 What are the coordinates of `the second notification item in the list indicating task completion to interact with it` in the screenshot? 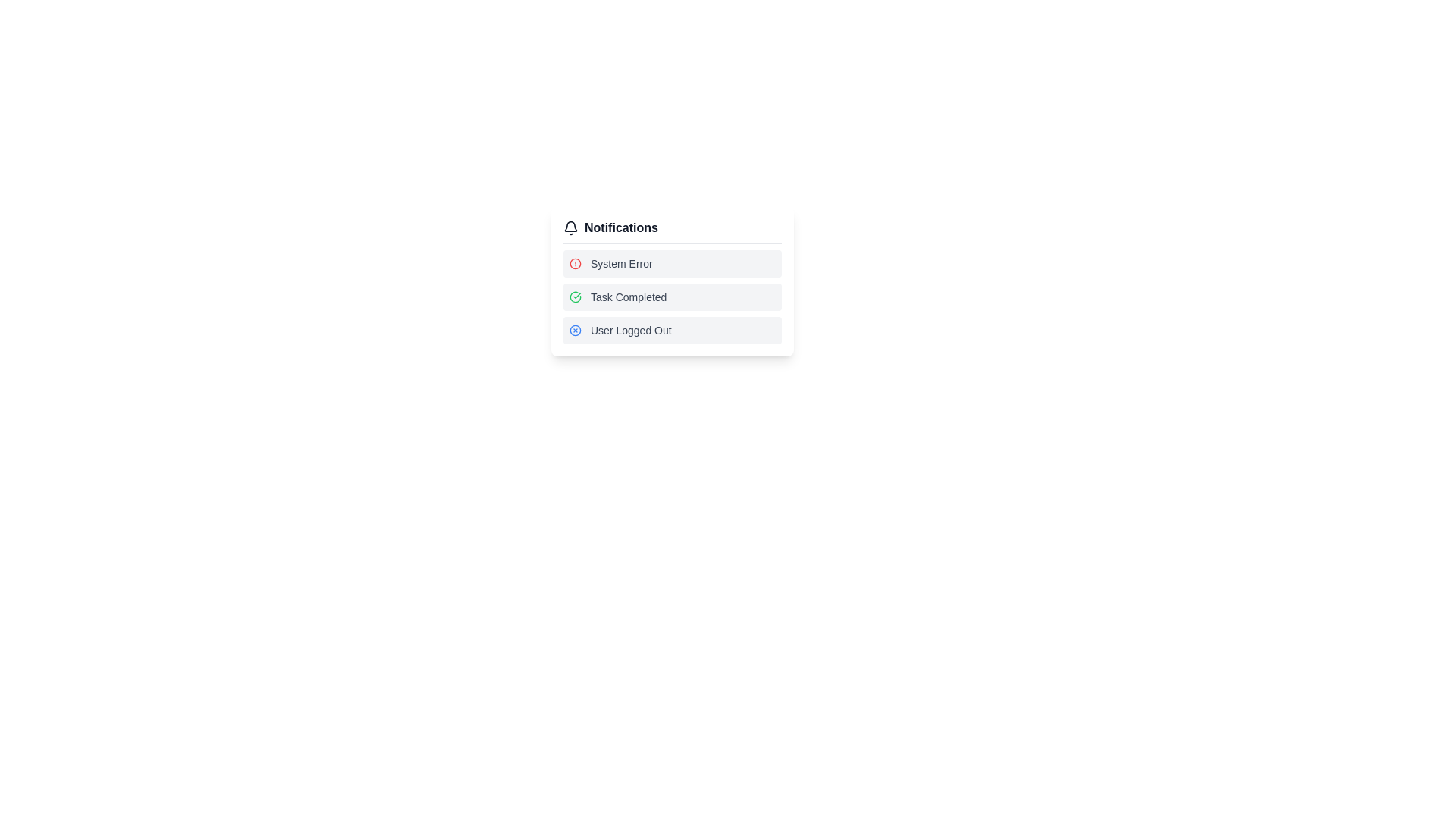 It's located at (672, 297).